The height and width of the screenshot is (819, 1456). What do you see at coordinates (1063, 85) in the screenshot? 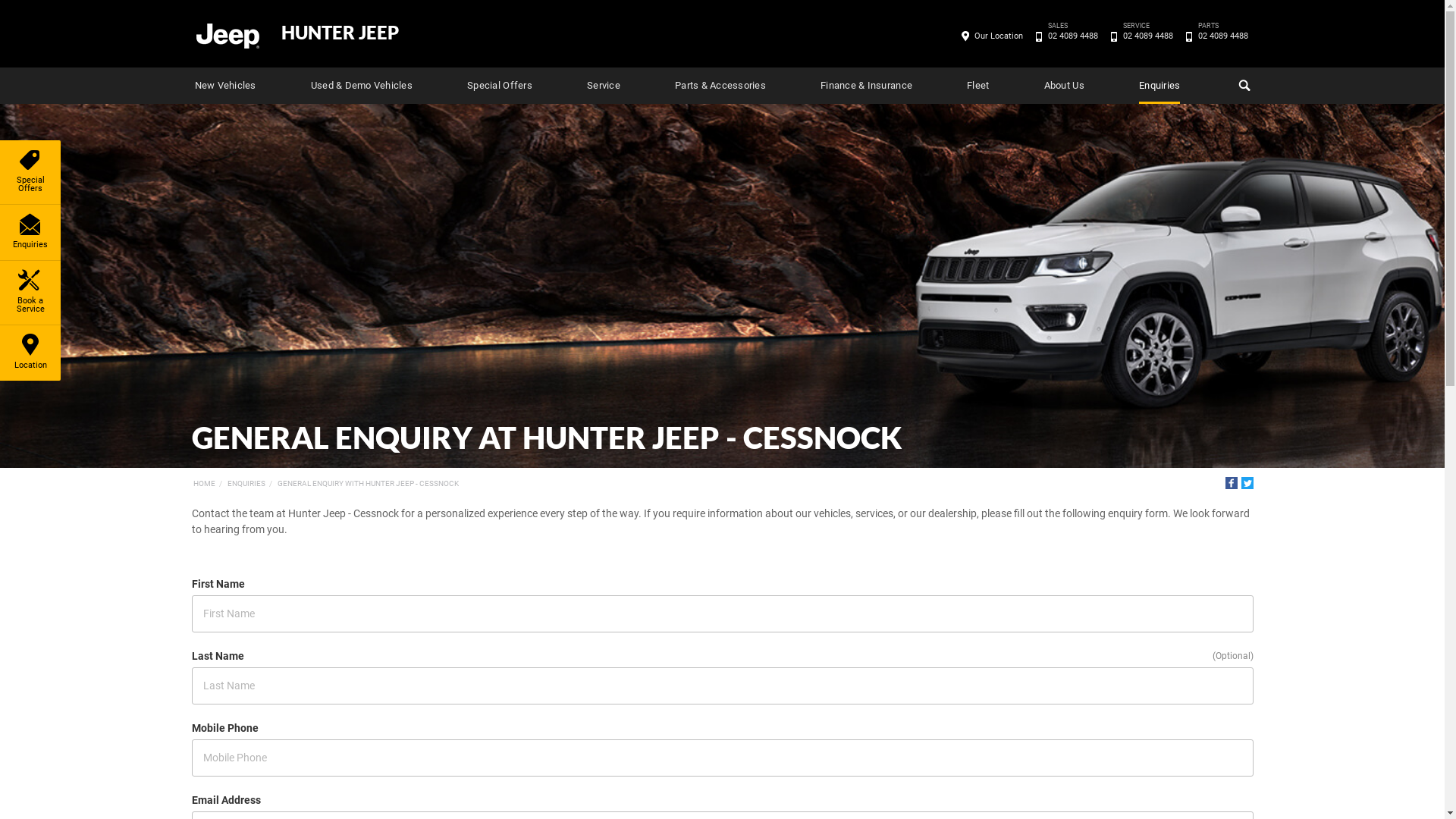
I see `'About Us'` at bounding box center [1063, 85].